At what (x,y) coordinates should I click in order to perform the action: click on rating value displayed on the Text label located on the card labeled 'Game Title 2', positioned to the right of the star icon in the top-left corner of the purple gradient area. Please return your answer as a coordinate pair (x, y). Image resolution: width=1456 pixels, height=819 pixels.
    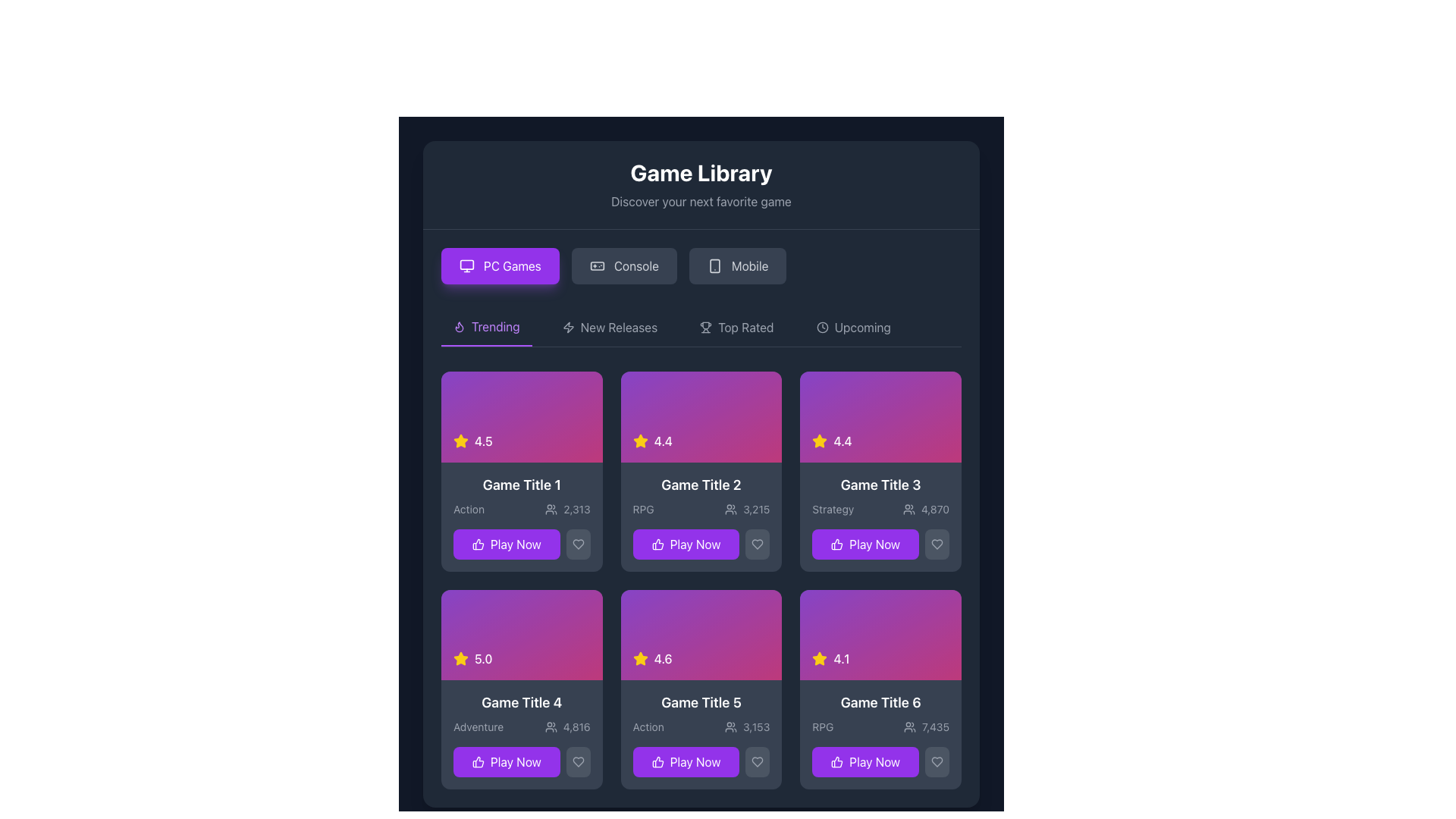
    Looking at the image, I should click on (663, 441).